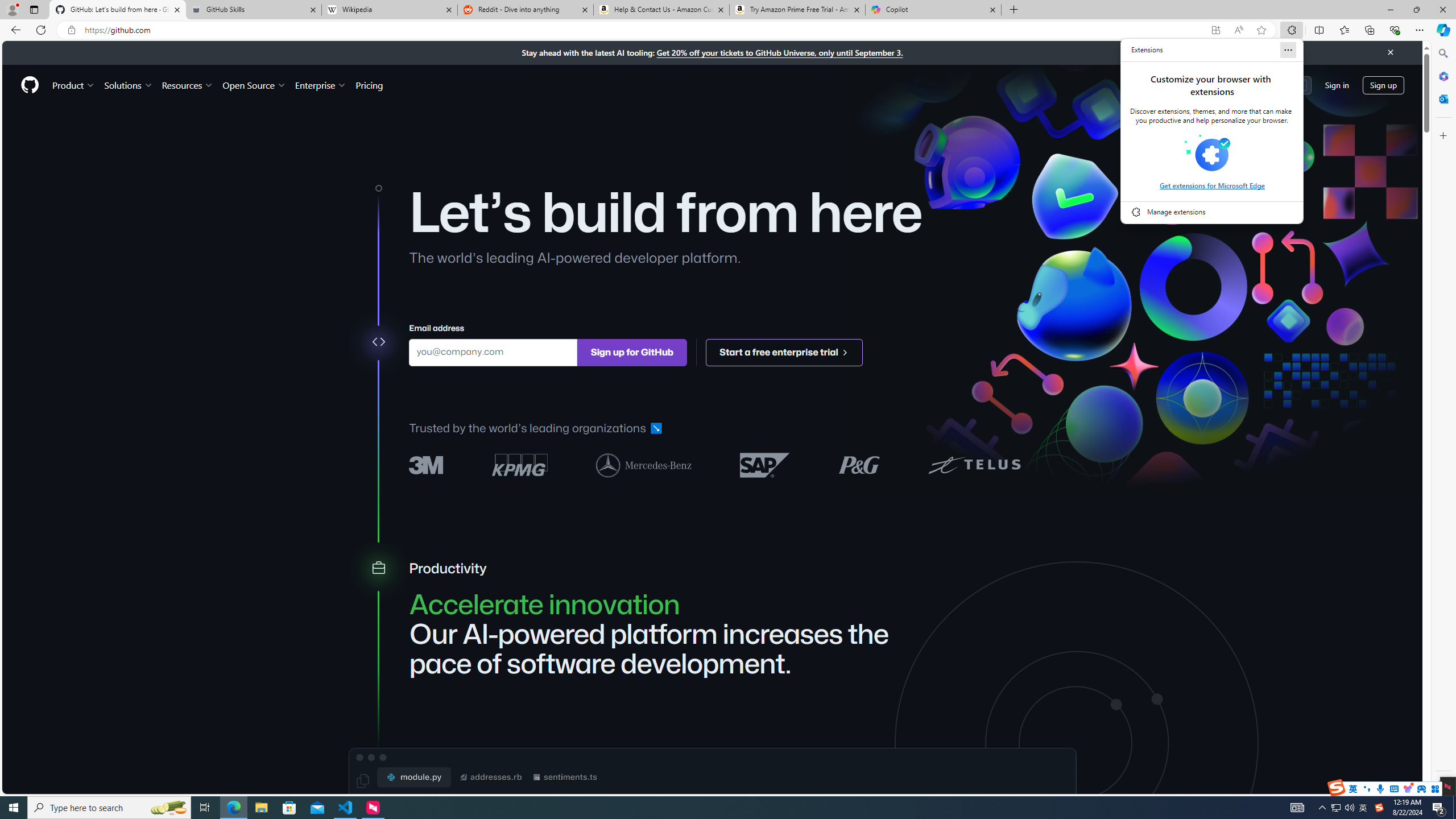 This screenshot has width=1456, height=819. What do you see at coordinates (1212, 211) in the screenshot?
I see `'Manage extensions'` at bounding box center [1212, 211].